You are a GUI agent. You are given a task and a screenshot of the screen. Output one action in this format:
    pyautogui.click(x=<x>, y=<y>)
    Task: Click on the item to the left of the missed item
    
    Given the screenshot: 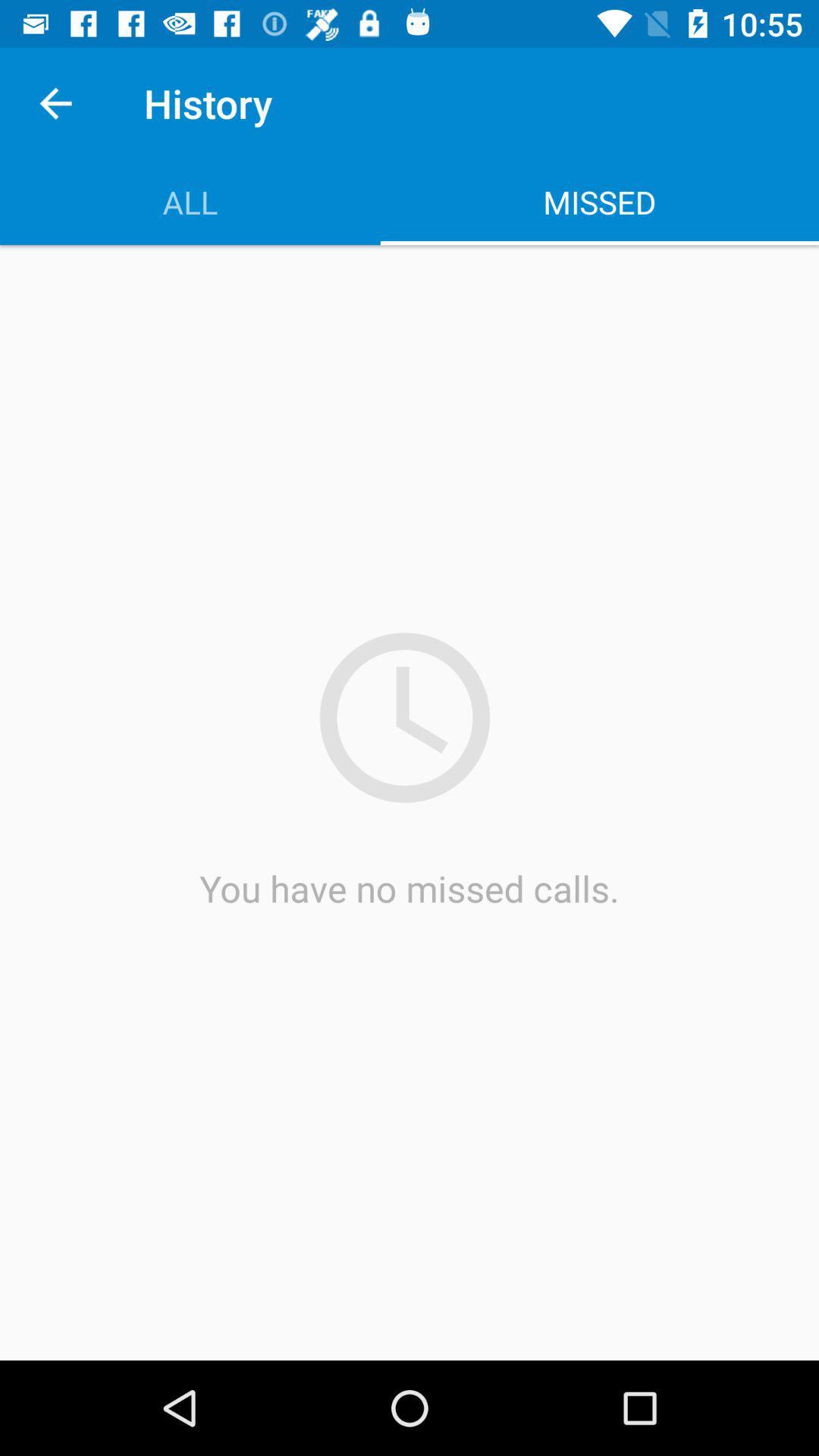 What is the action you would take?
    pyautogui.click(x=189, y=201)
    